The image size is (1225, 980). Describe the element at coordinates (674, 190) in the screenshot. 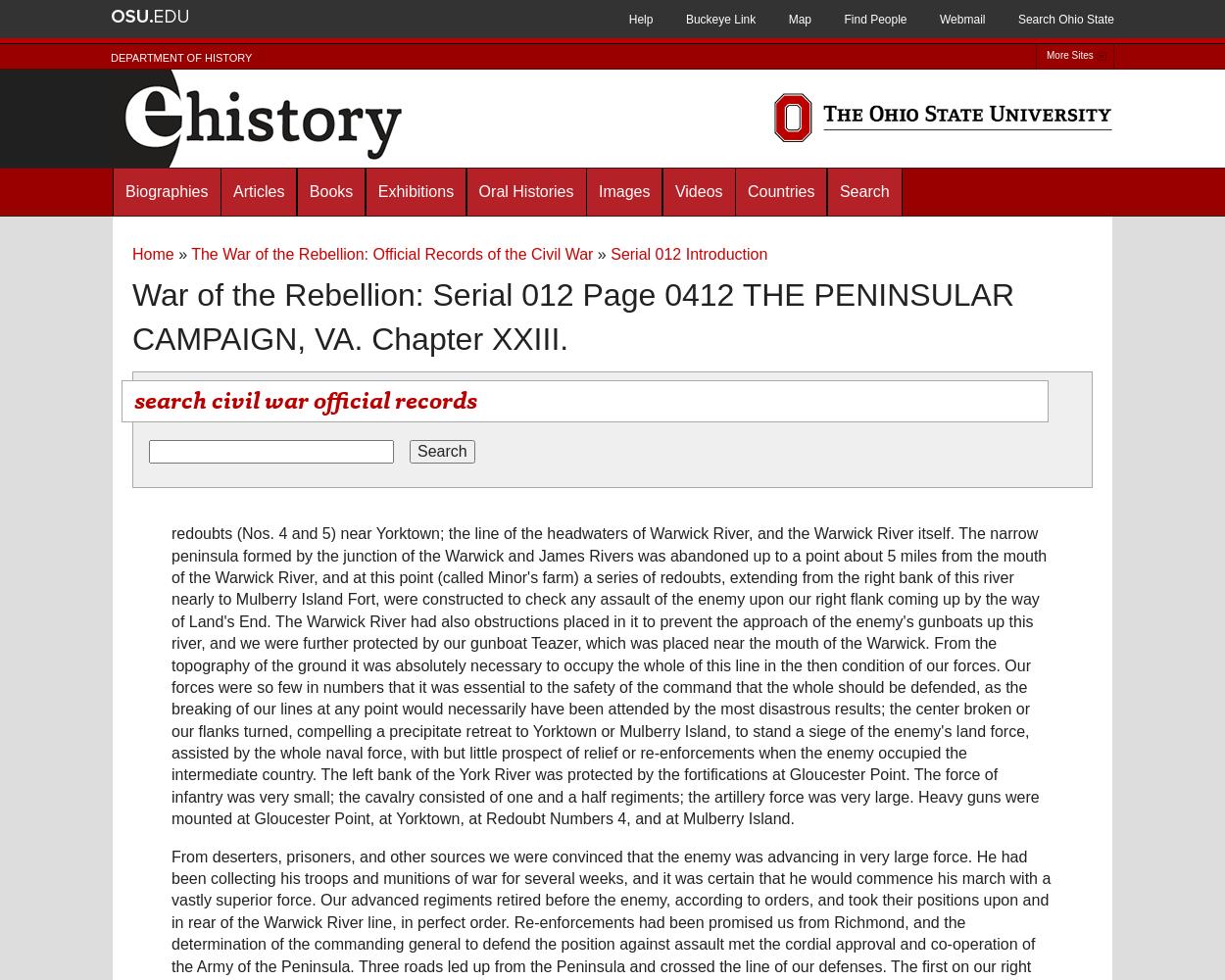

I see `'Videos'` at that location.